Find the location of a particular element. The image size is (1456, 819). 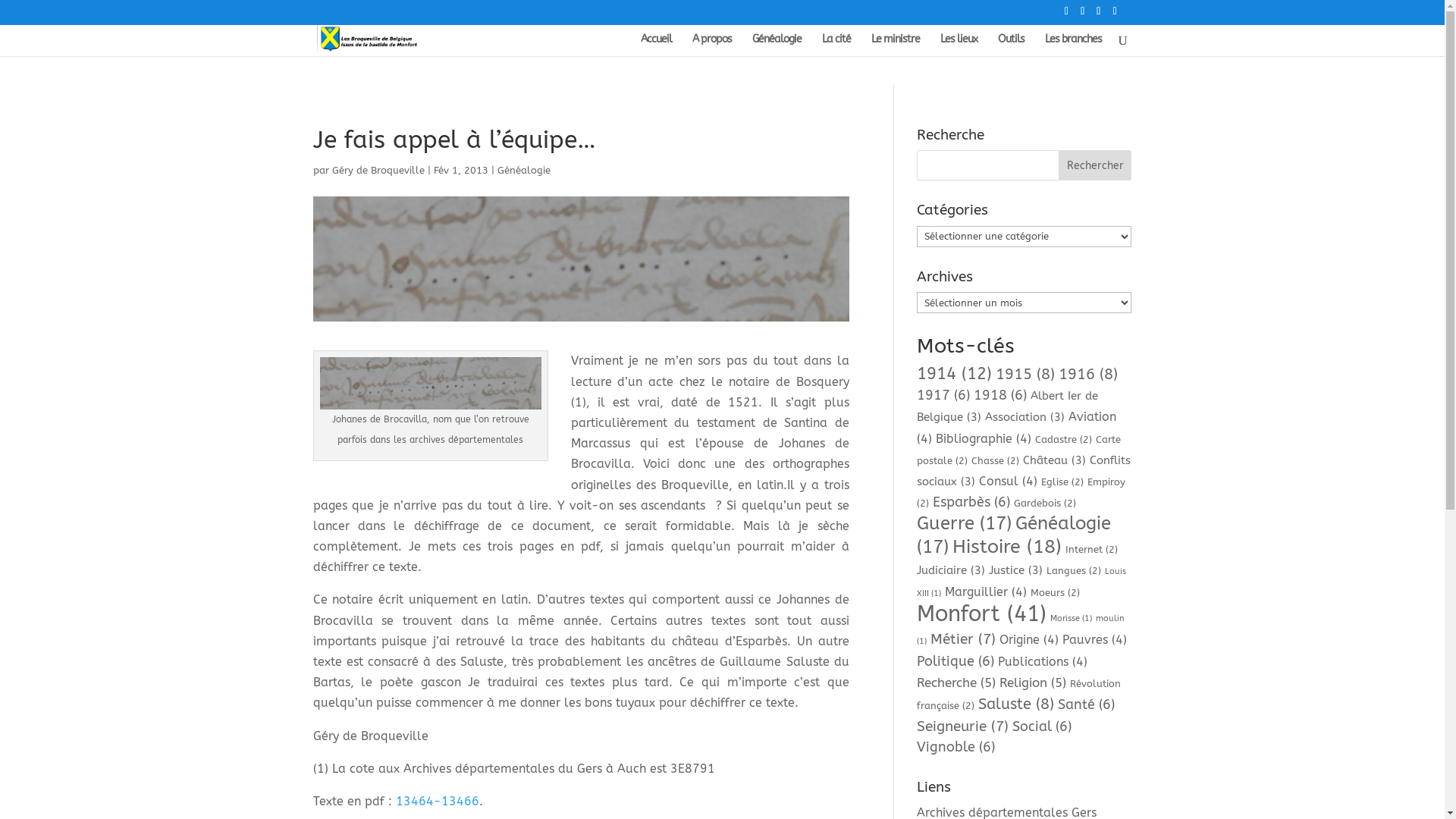

'Marguillier (4)' is located at coordinates (986, 591).